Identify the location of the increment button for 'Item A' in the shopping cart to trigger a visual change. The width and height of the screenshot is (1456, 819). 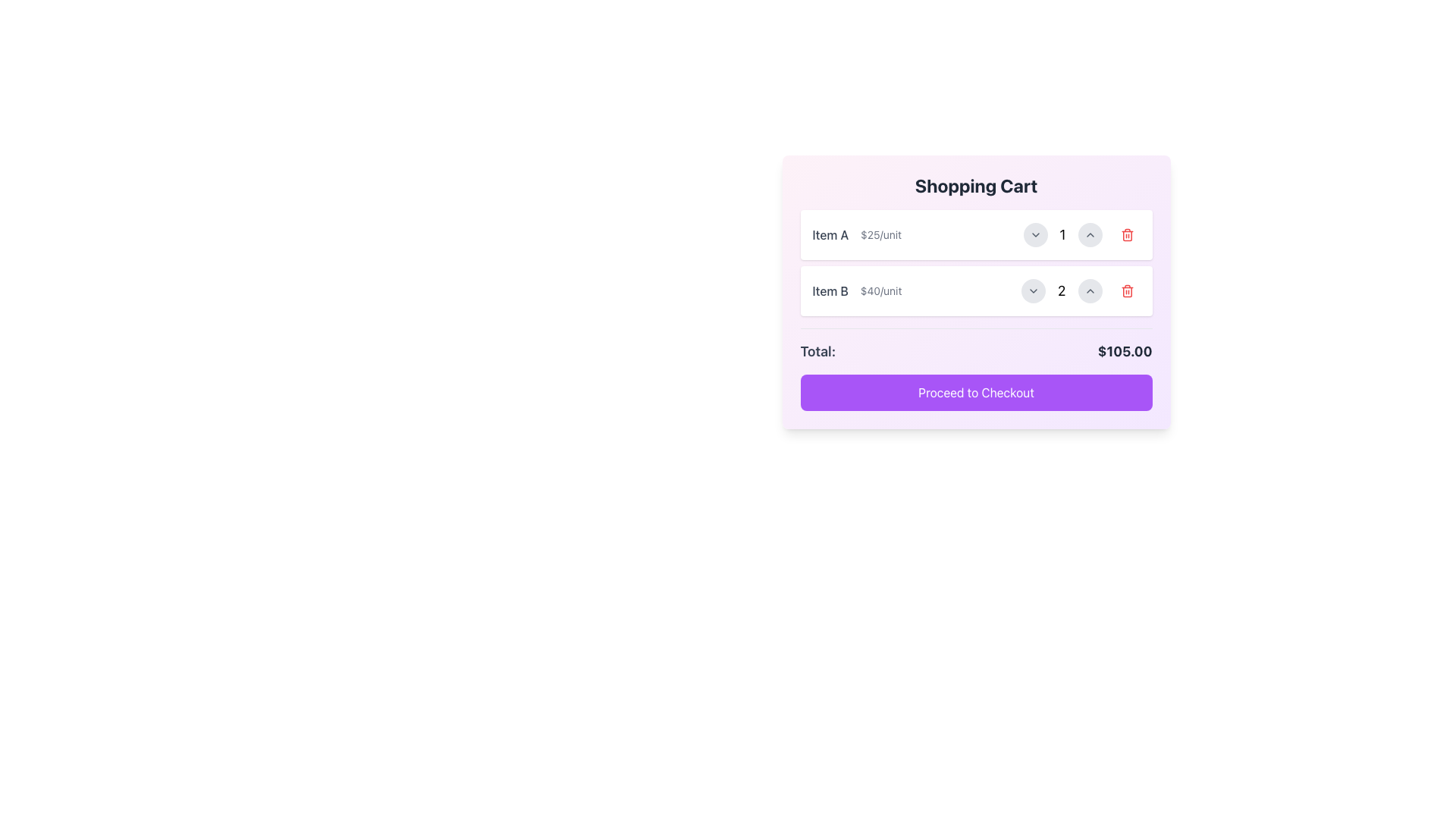
(1089, 234).